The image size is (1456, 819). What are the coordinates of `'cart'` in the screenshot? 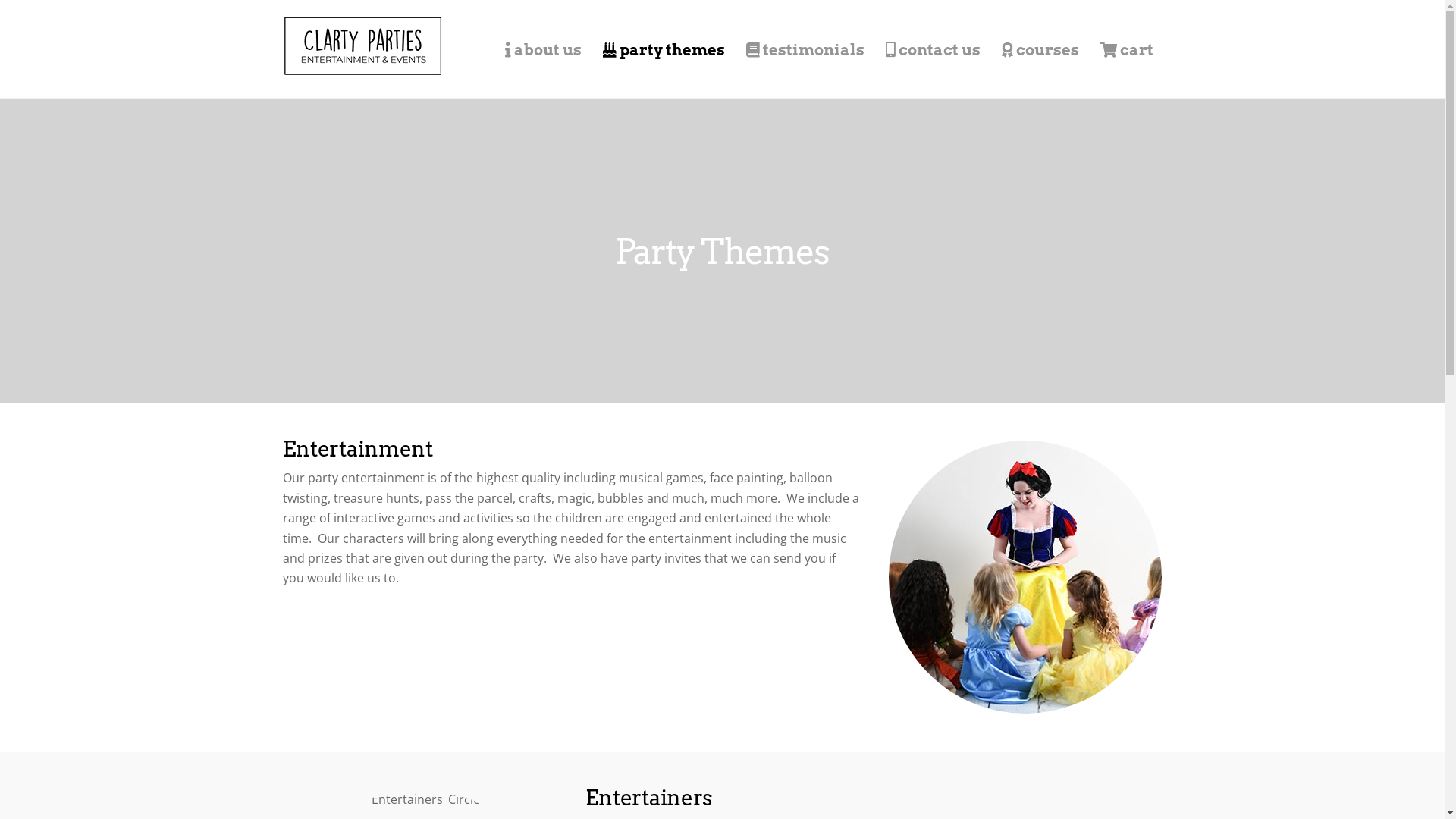 It's located at (1125, 49).